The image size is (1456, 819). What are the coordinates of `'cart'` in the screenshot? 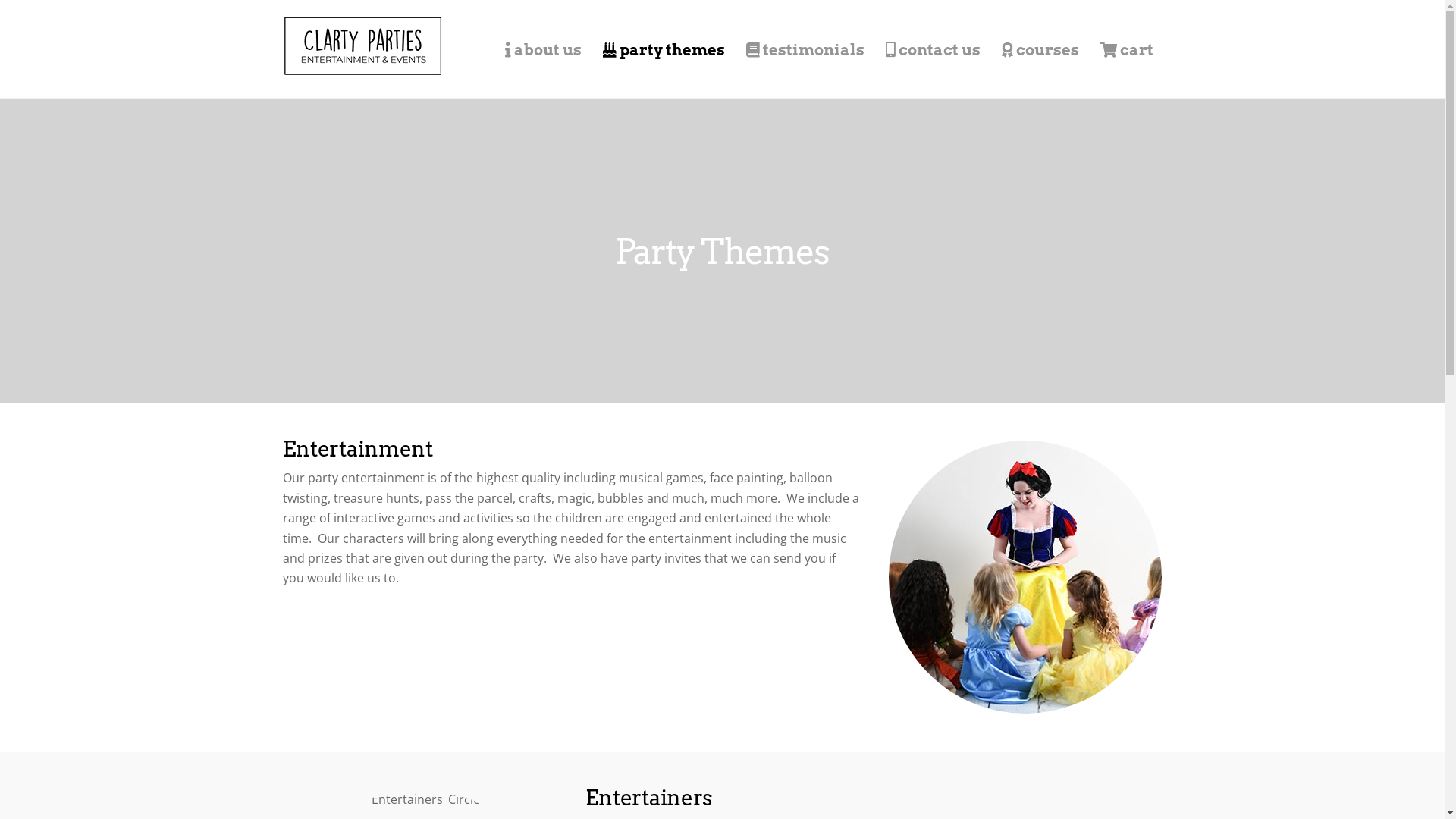 It's located at (1125, 49).